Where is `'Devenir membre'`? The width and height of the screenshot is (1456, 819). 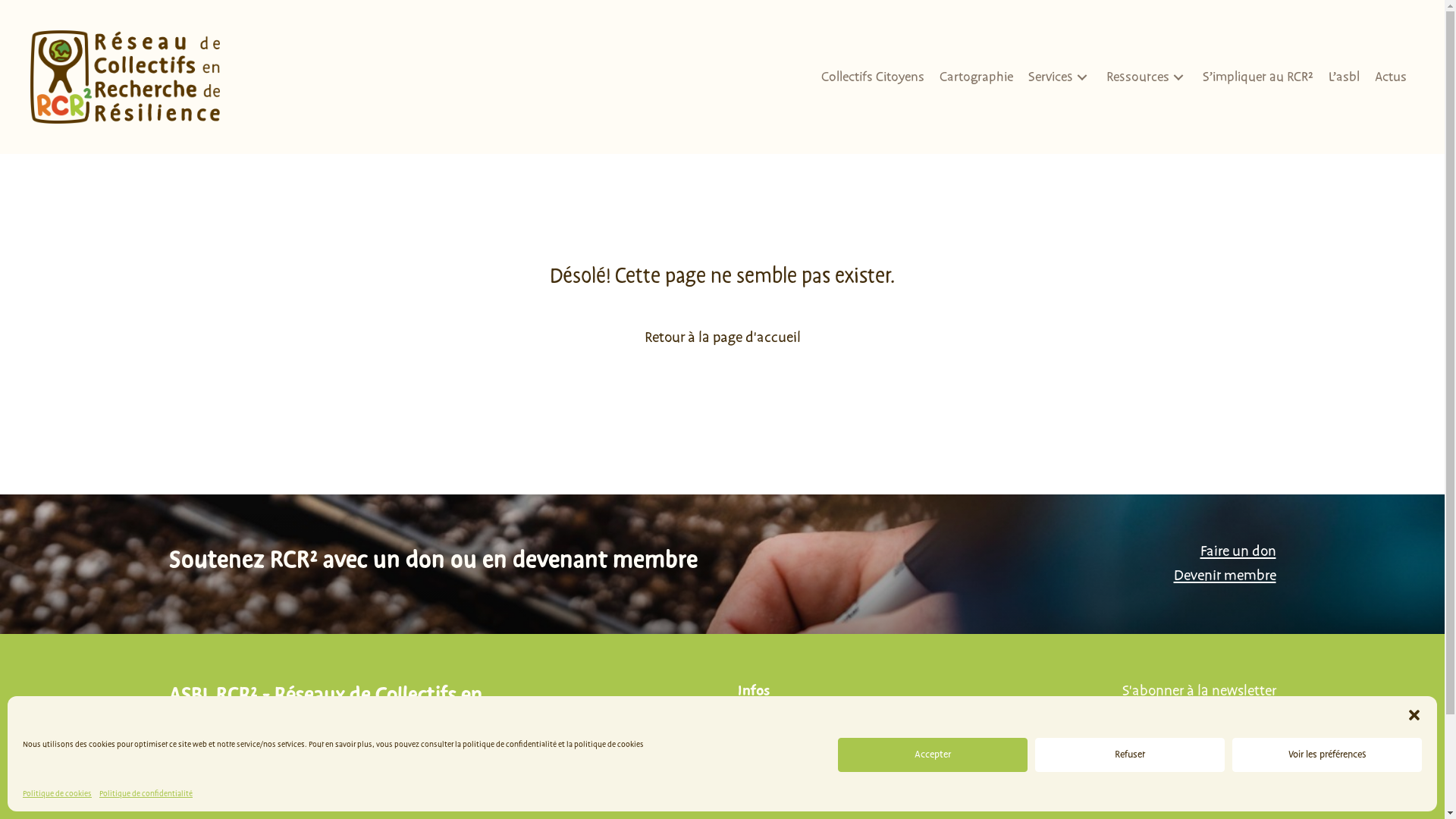 'Devenir membre' is located at coordinates (1225, 576).